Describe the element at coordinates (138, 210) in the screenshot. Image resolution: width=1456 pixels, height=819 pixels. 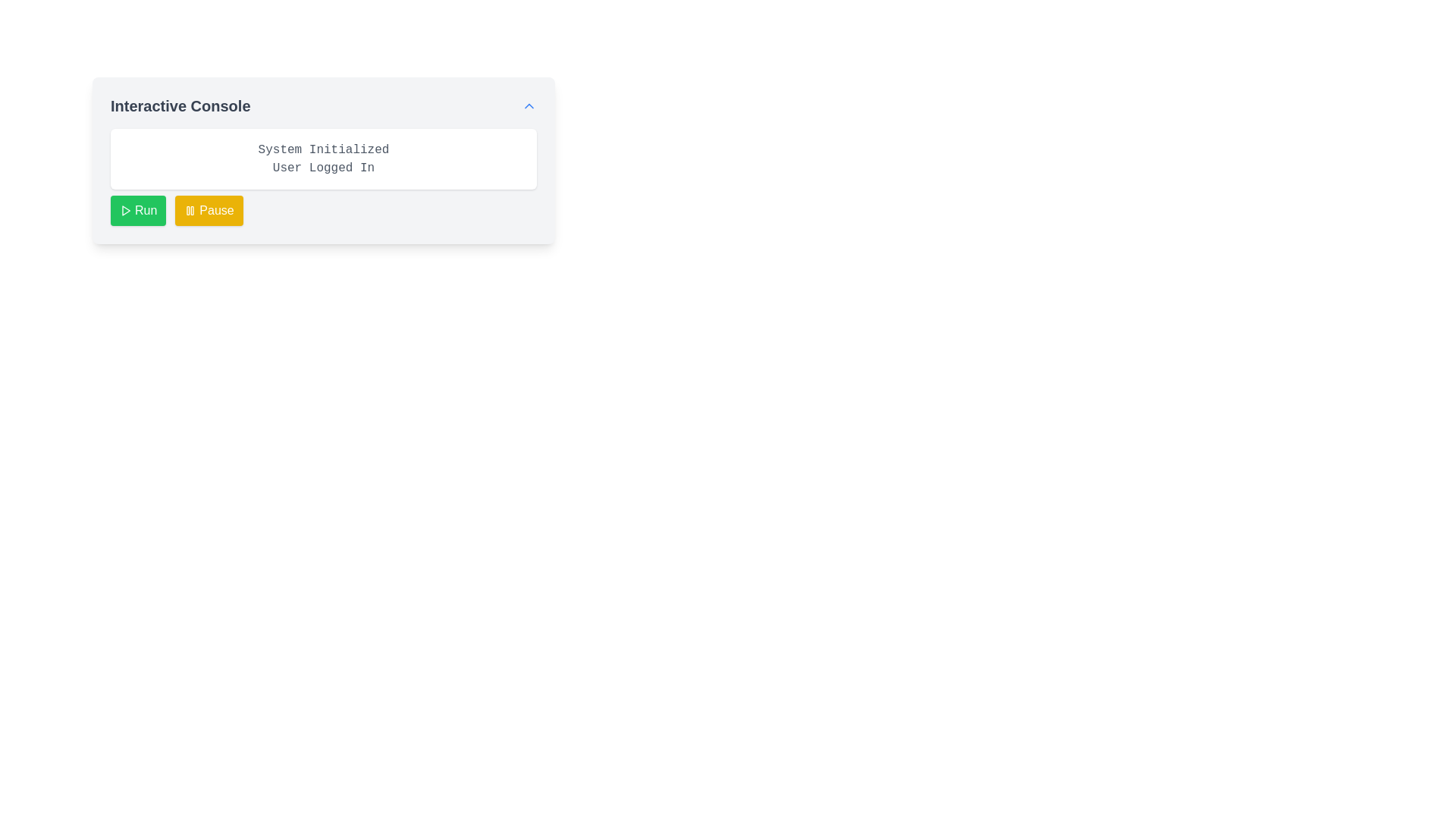
I see `the 'Run' button located` at that location.